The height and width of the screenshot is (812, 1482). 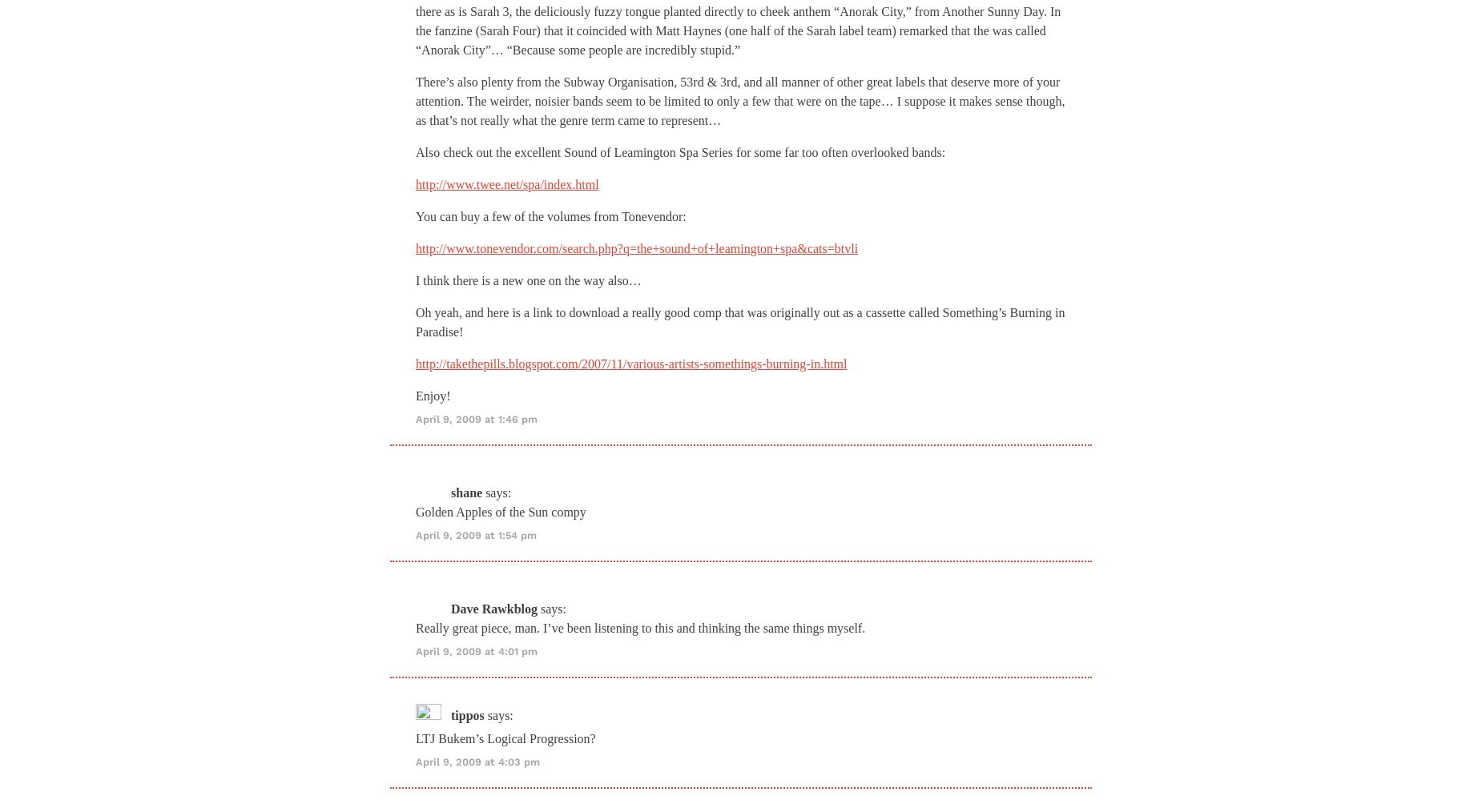 I want to click on 'http://www.tonevendor.com/search.php?q=the+sound+of+leamington+spa&cats=btvli', so click(x=415, y=247).